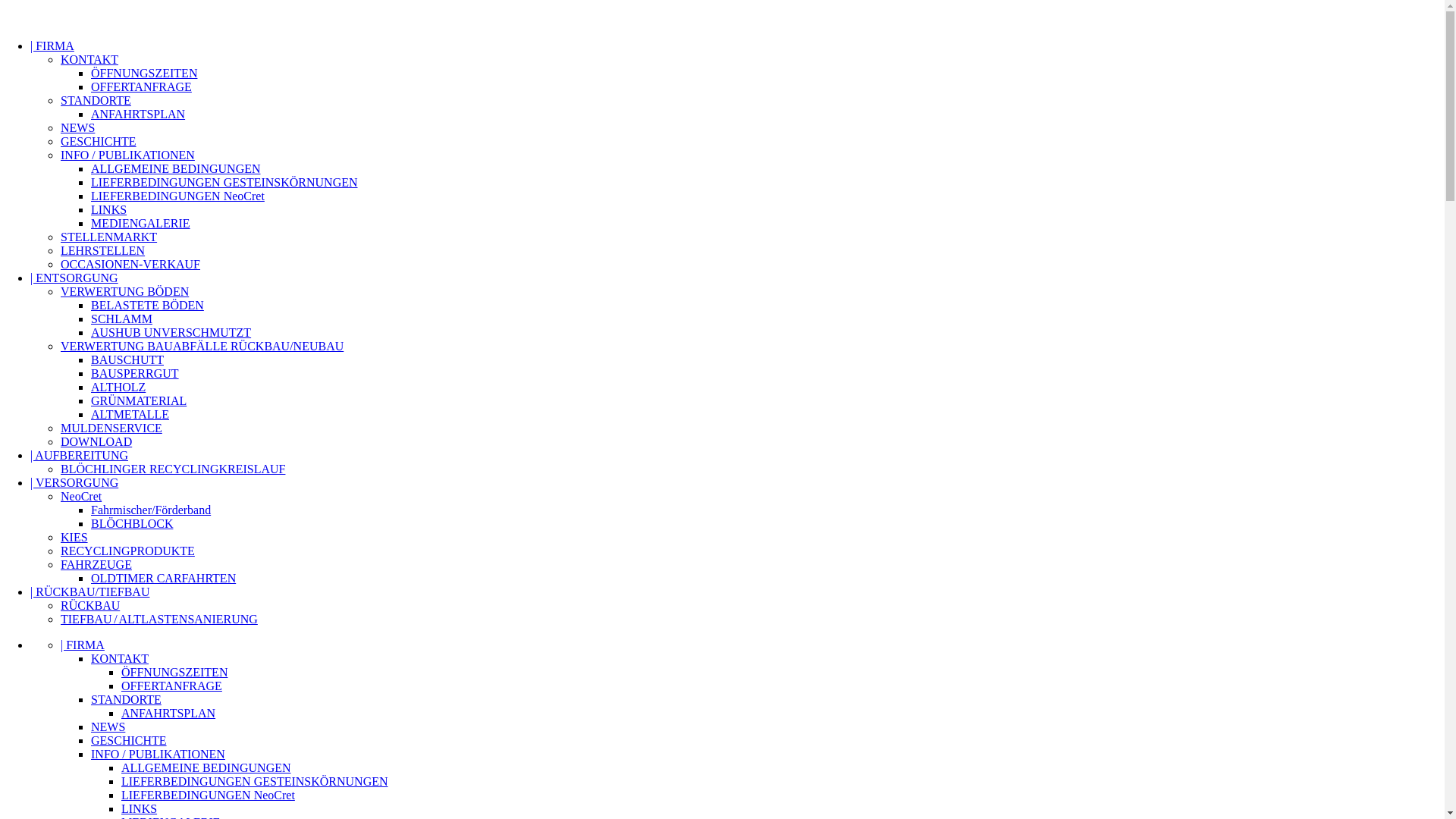 The width and height of the screenshot is (1456, 819). Describe the element at coordinates (121, 318) in the screenshot. I see `'SCHLAMM'` at that location.